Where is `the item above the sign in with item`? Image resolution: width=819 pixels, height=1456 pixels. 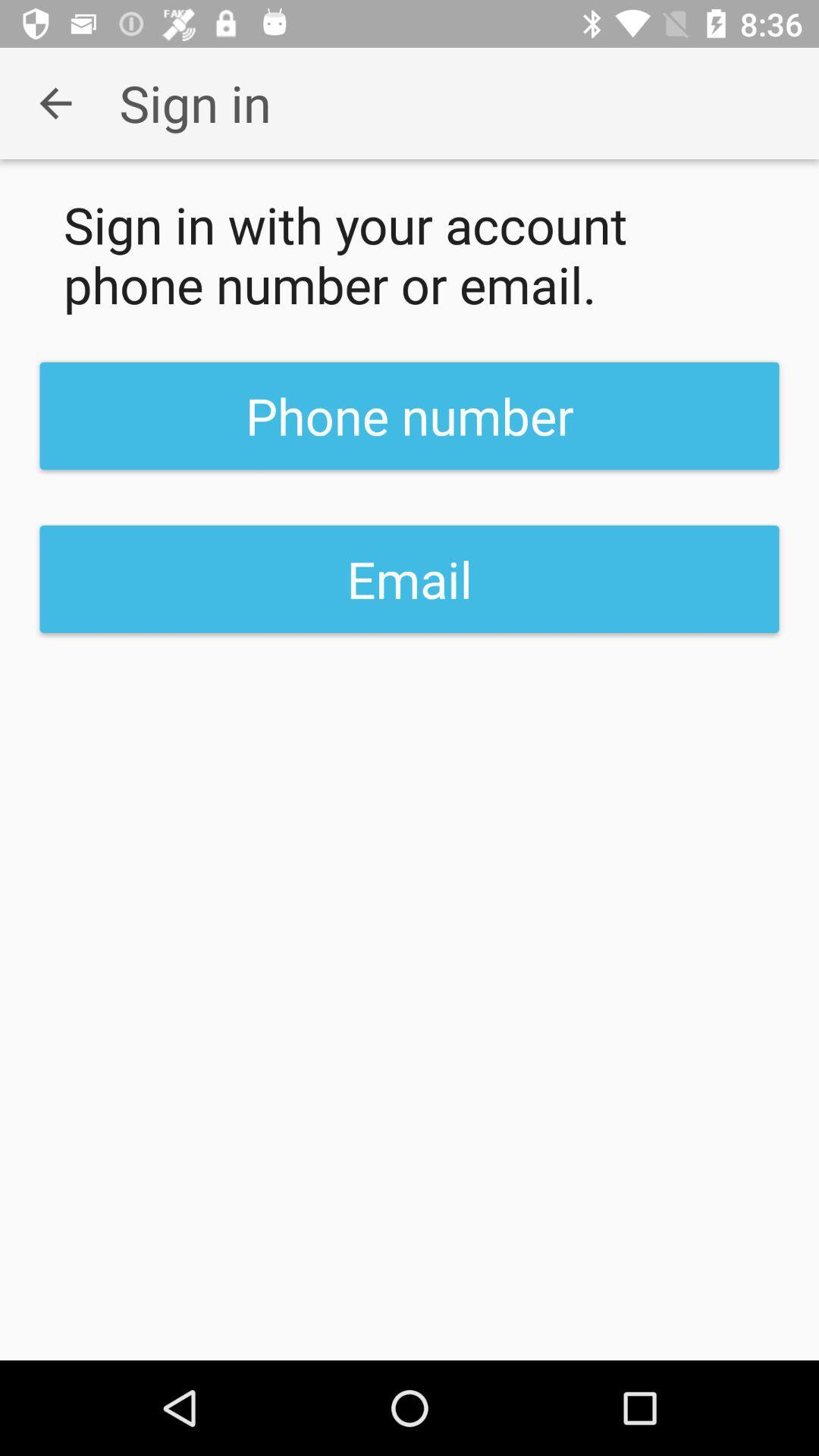 the item above the sign in with item is located at coordinates (55, 102).